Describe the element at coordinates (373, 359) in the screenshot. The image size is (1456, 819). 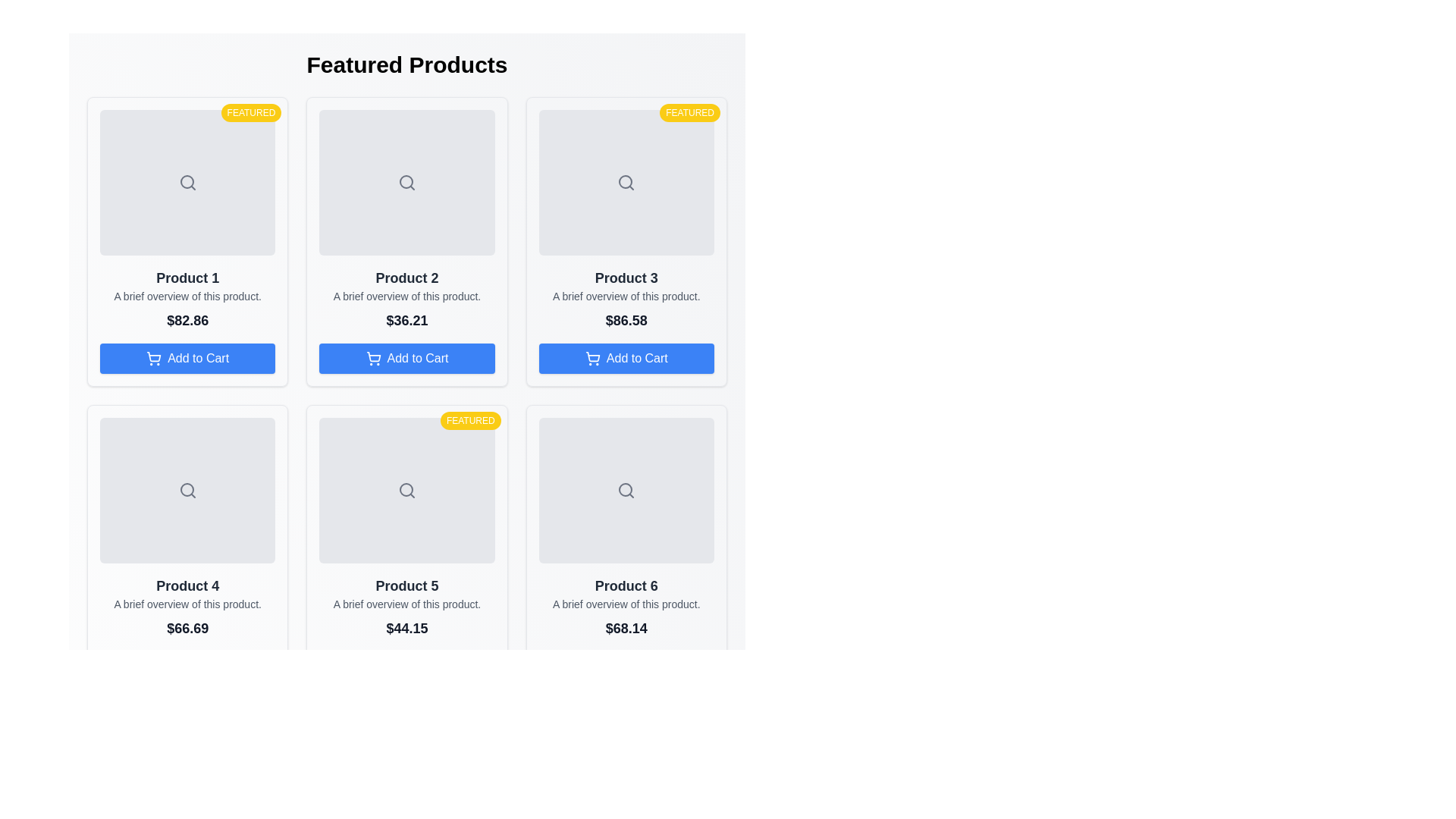
I see `the shopping cart icon, which is a minimalistic outline design in white, located within the blue 'Add to Cart' button of the second product card in the grid layout under 'Featured Products'` at that location.